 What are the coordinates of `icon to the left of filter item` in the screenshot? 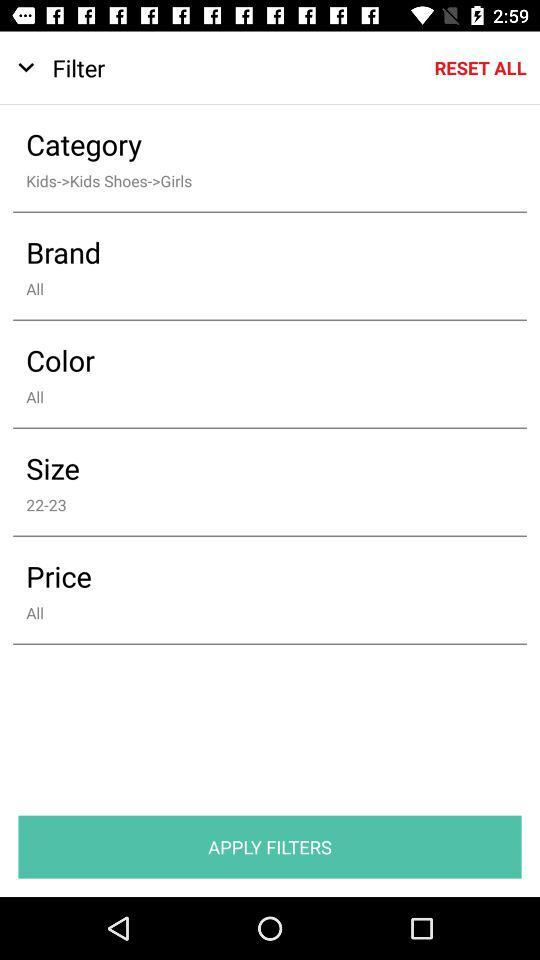 It's located at (25, 67).